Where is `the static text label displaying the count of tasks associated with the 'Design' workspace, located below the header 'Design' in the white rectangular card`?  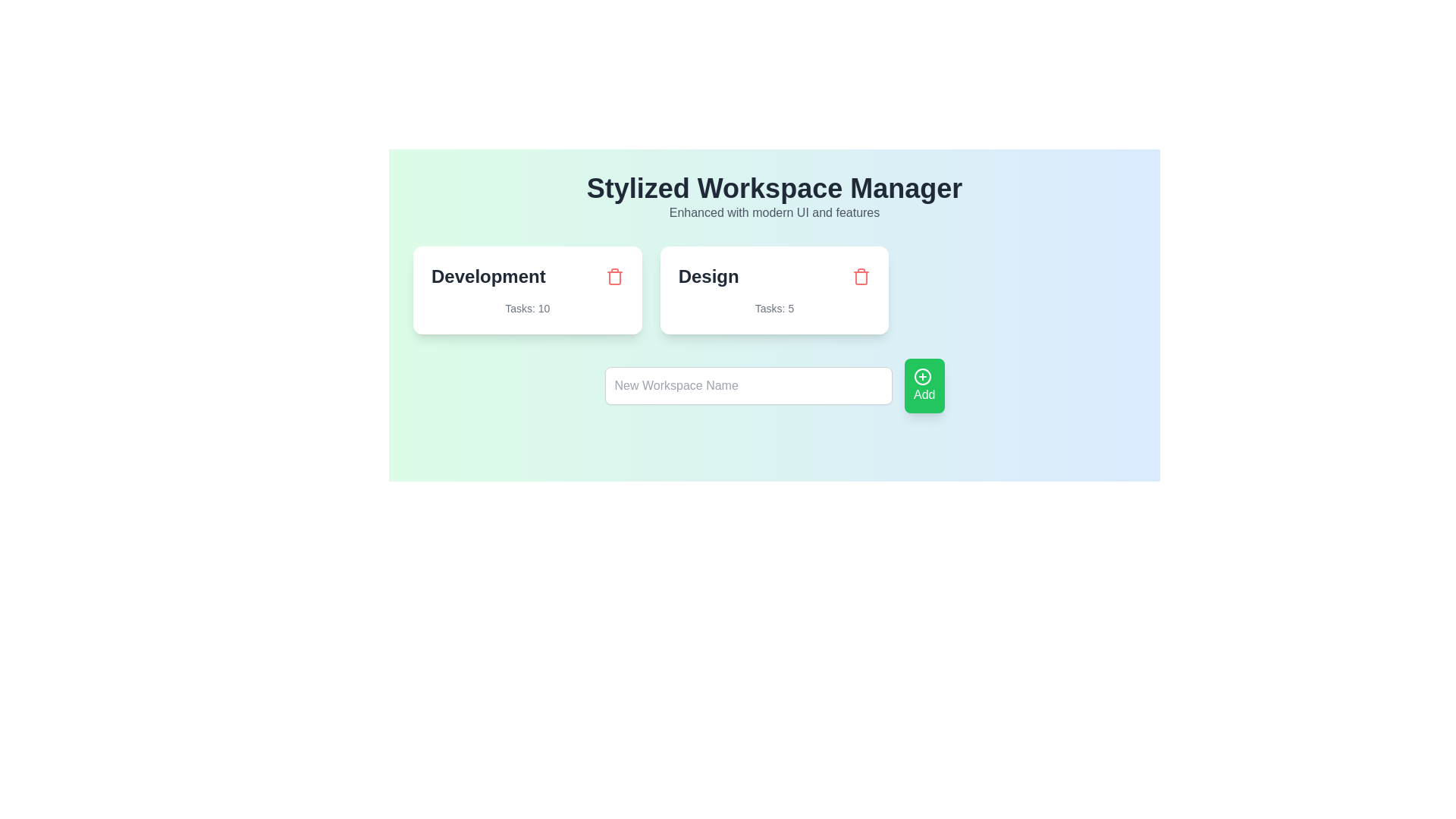
the static text label displaying the count of tasks associated with the 'Design' workspace, located below the header 'Design' in the white rectangular card is located at coordinates (774, 308).